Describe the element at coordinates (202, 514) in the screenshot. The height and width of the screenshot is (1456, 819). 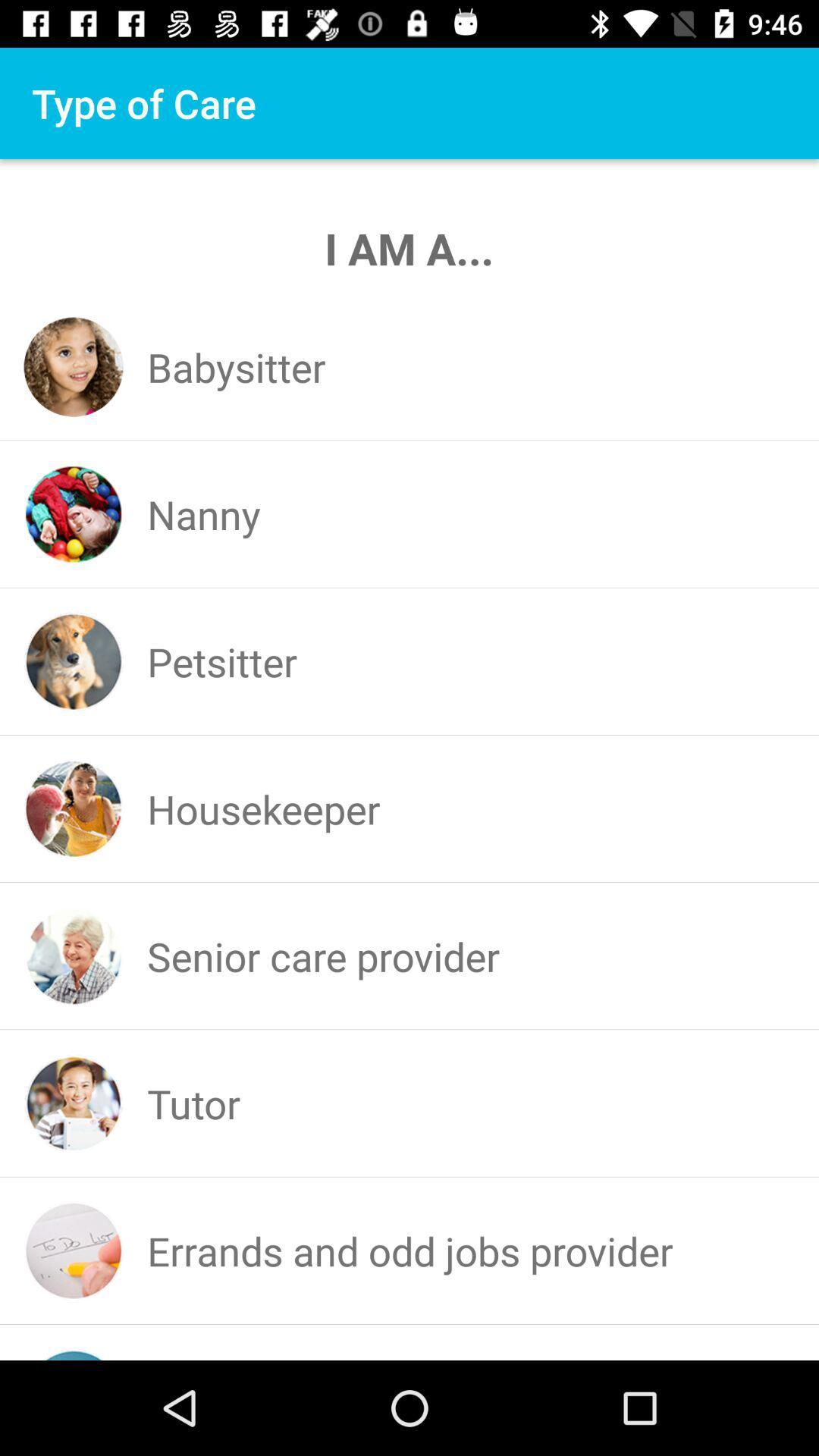
I see `the item above the petsitter item` at that location.